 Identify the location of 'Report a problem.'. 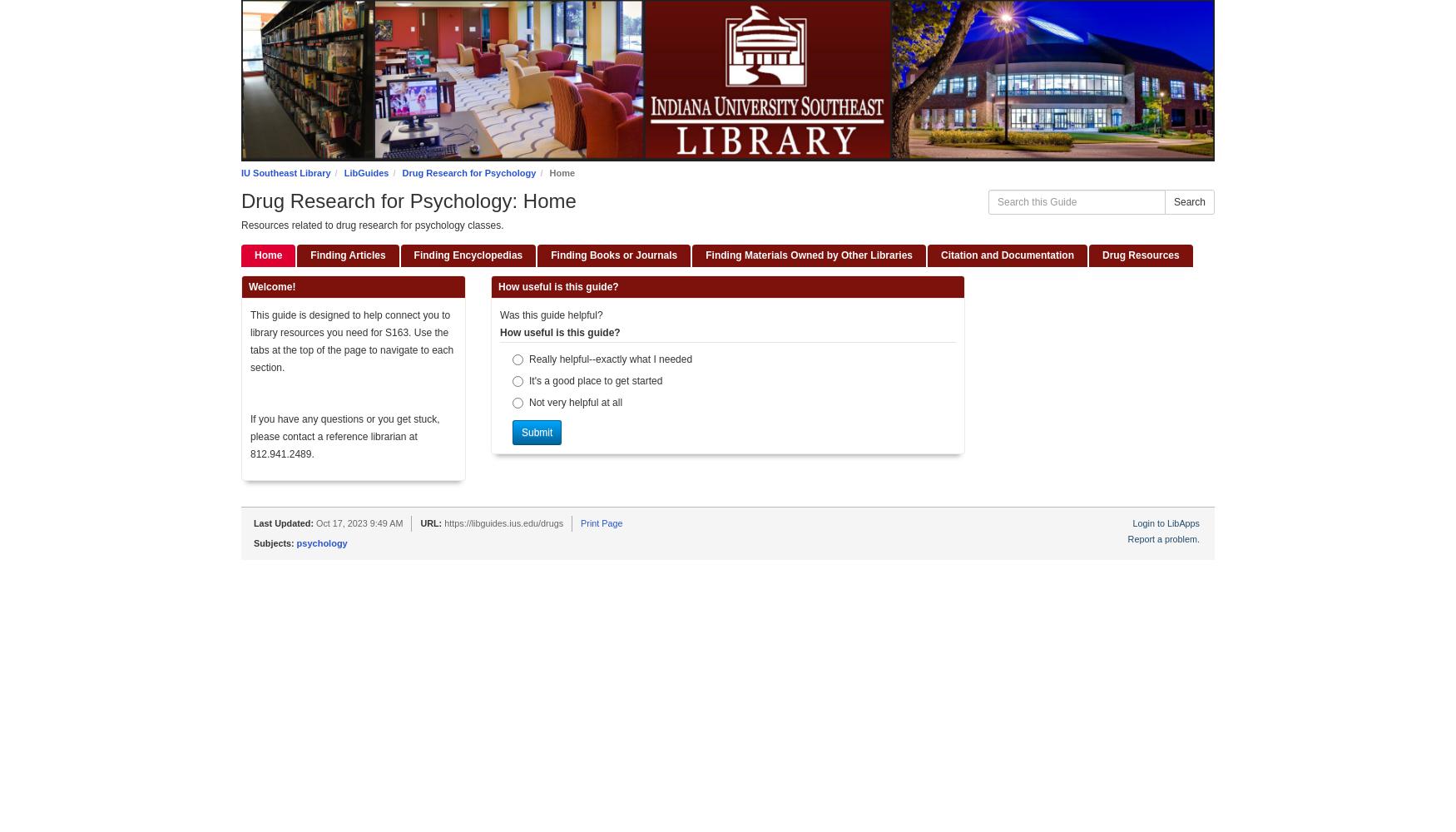
(1162, 539).